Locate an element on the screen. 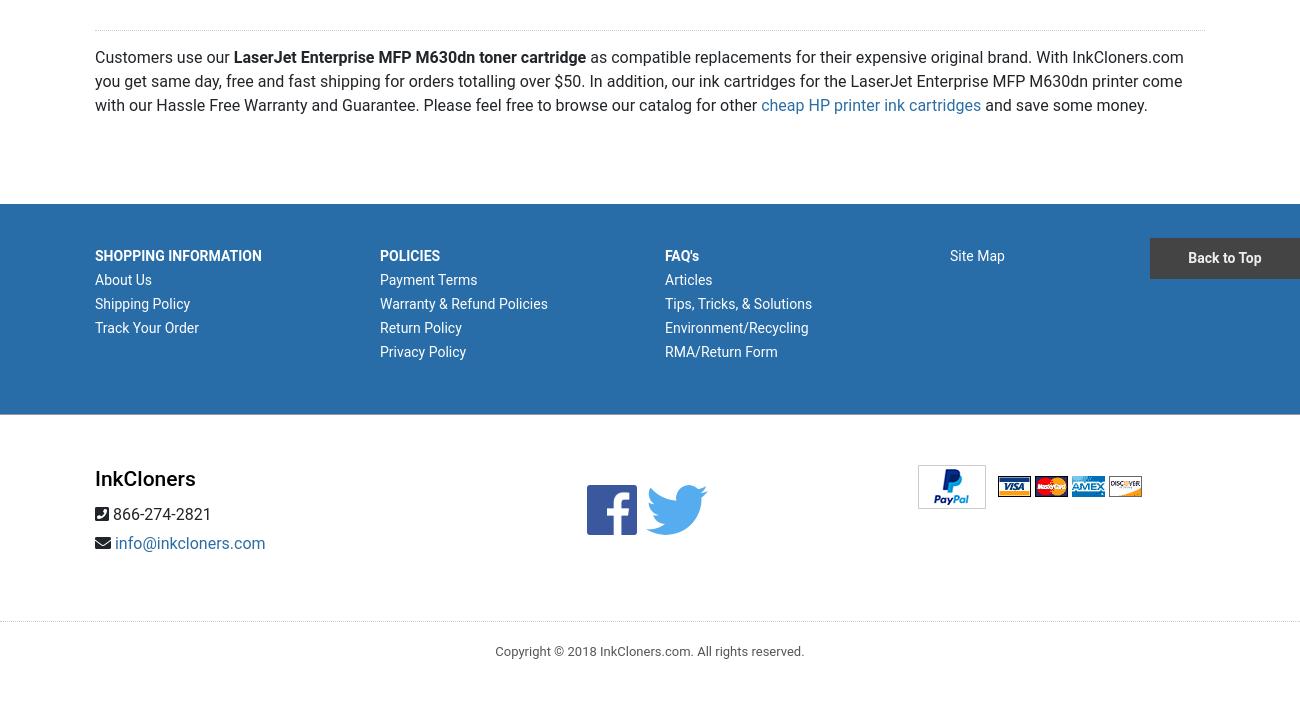  'Shipping Policy' is located at coordinates (141, 301).